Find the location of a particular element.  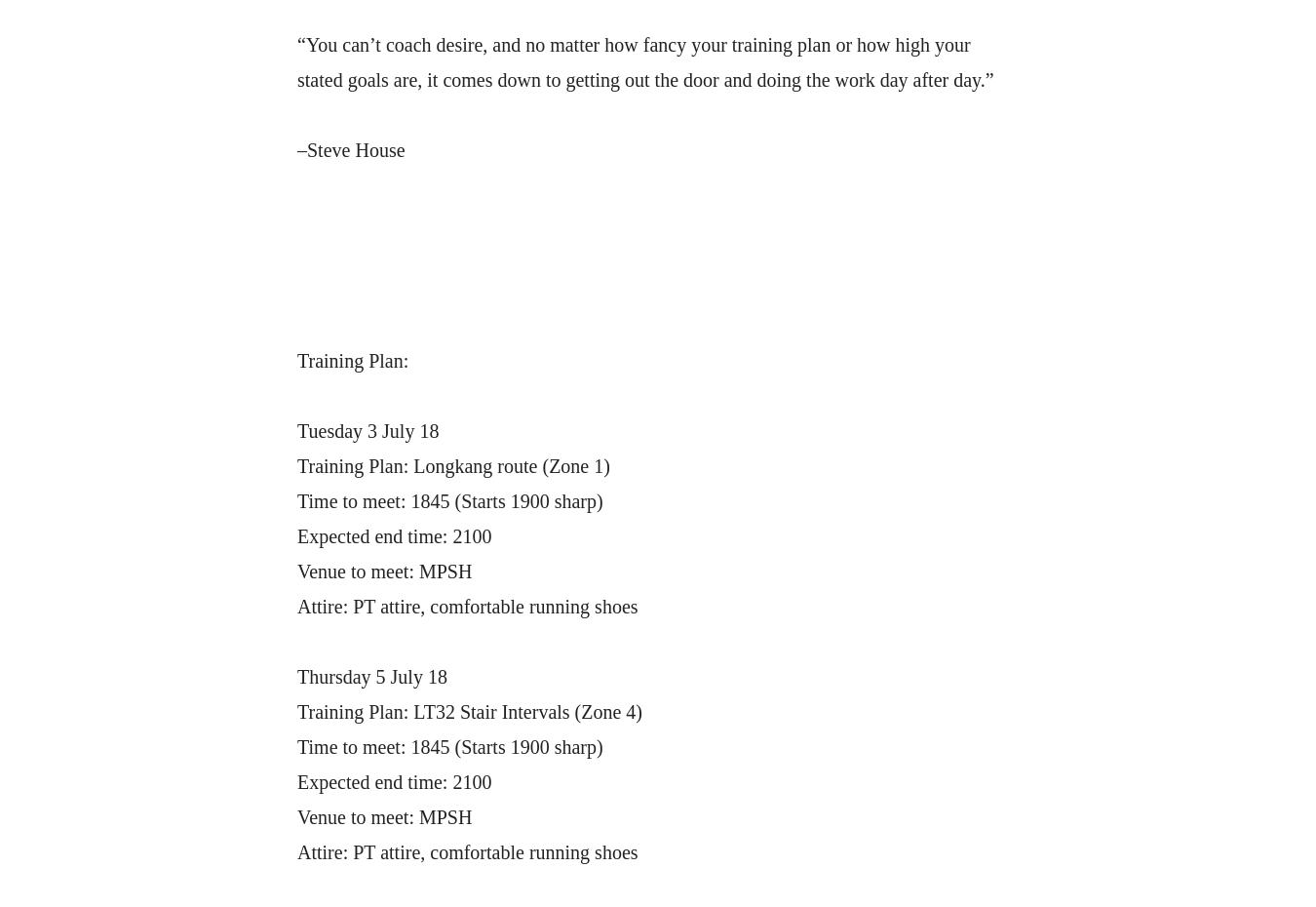

'–Steve House' is located at coordinates (351, 150).